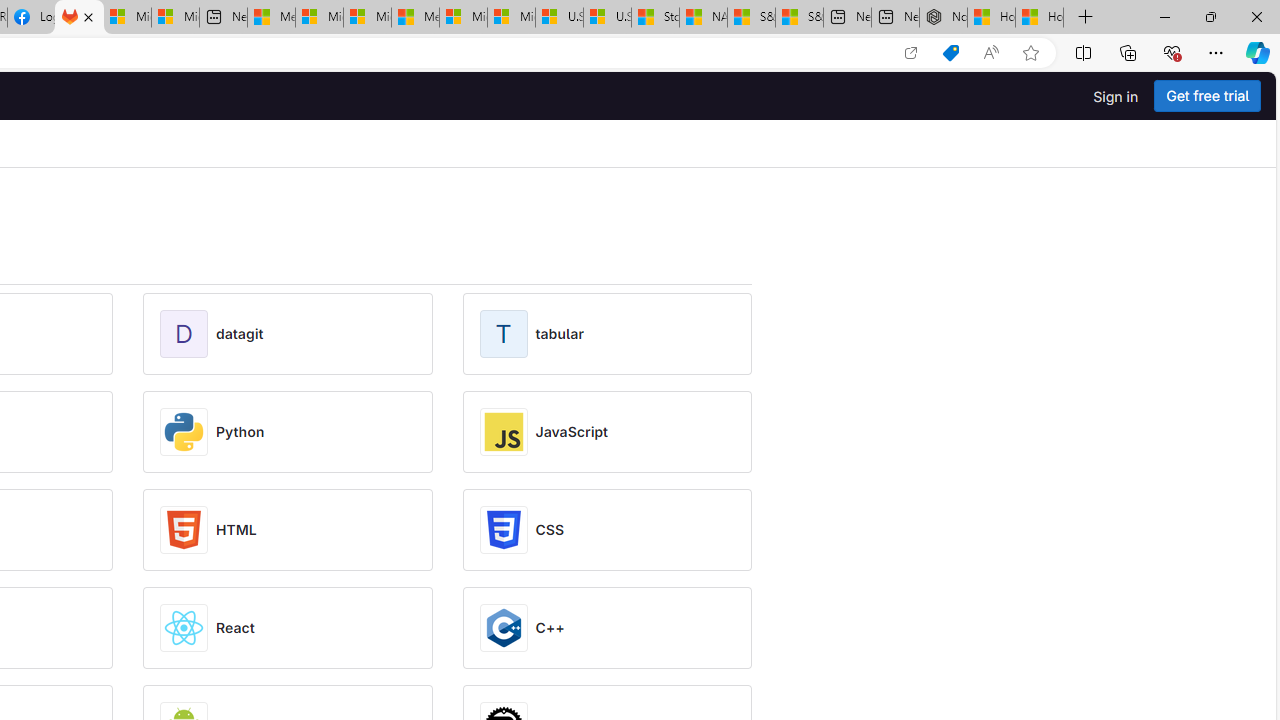 The image size is (1280, 720). Describe the element at coordinates (367, 17) in the screenshot. I see `'Microsoft account | Home'` at that location.